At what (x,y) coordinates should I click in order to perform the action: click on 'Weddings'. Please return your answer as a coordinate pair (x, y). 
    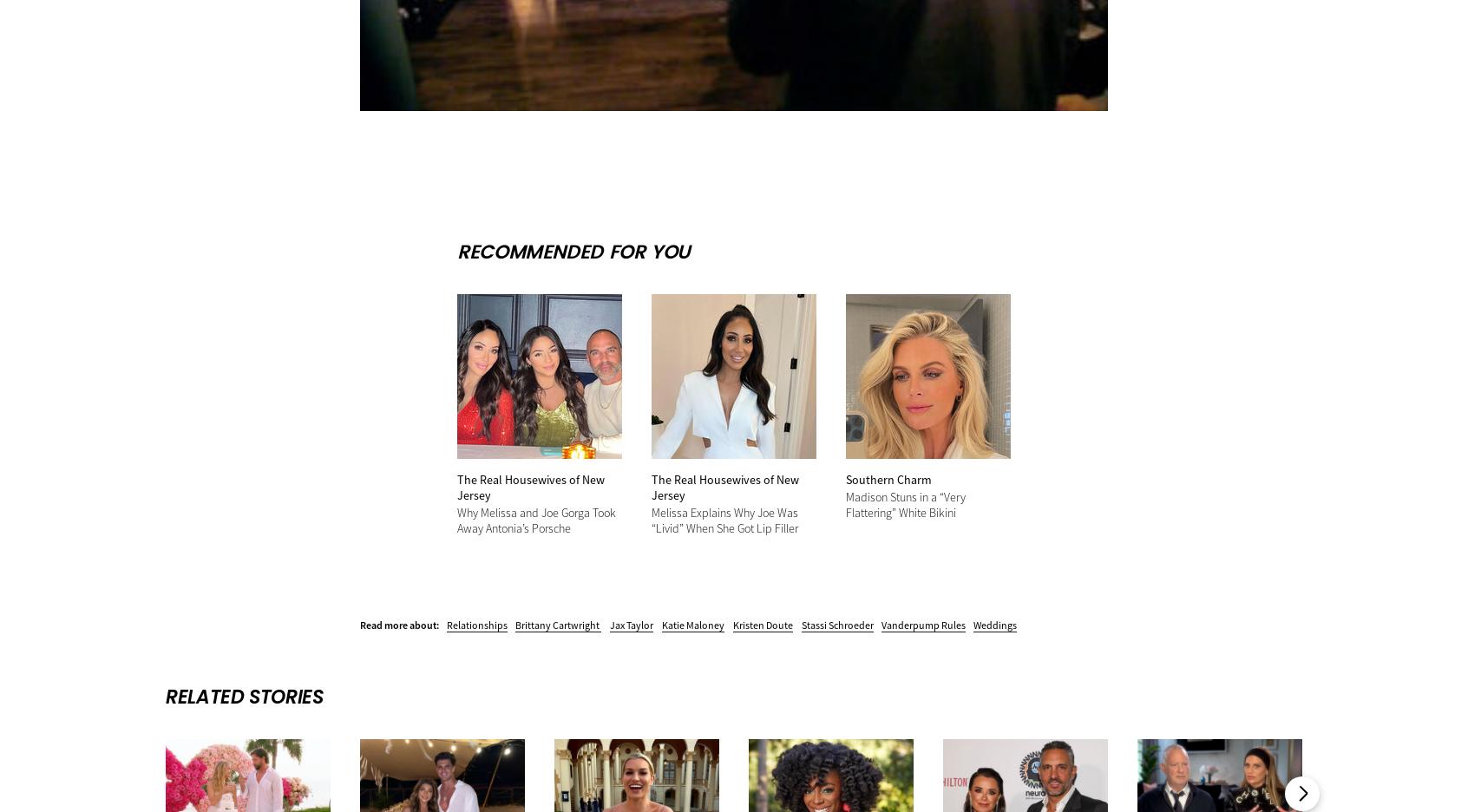
    Looking at the image, I should click on (994, 623).